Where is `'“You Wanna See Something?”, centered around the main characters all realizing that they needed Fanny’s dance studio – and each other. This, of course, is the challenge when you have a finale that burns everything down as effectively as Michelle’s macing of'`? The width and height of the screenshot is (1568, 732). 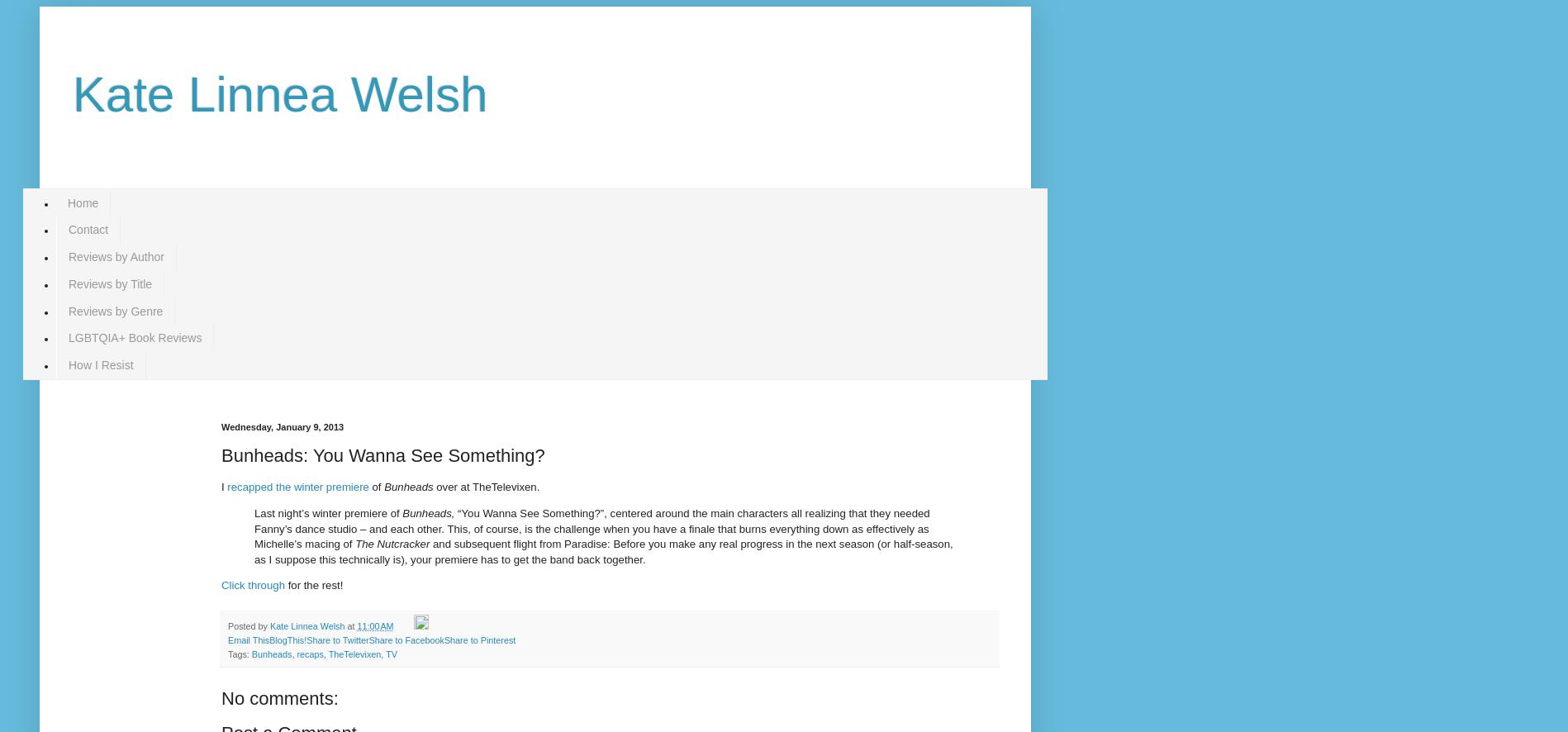 '“You Wanna See Something?”, centered around the main characters all realizing that they needed Fanny’s dance studio – and each other. This, of course, is the challenge when you have a finale that burns everything down as effectively as Michelle’s macing of' is located at coordinates (592, 528).